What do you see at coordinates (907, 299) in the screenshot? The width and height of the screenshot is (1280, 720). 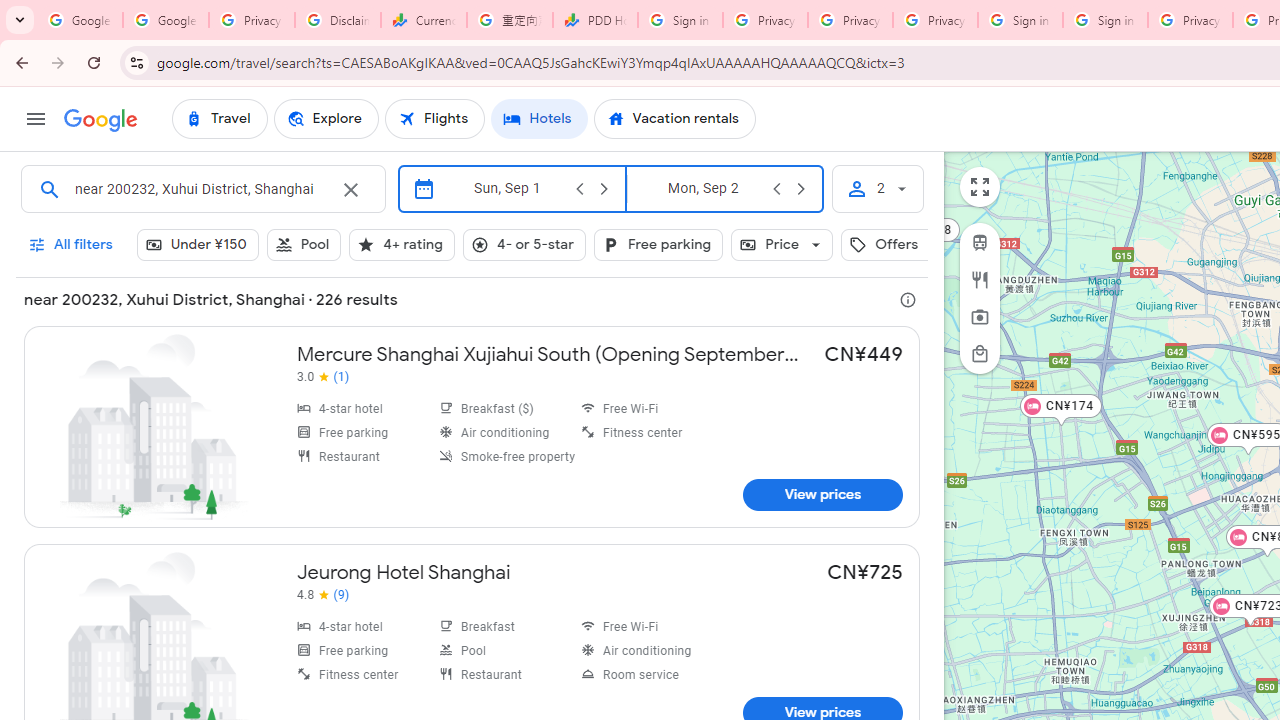 I see `'Learn more about these results'` at bounding box center [907, 299].